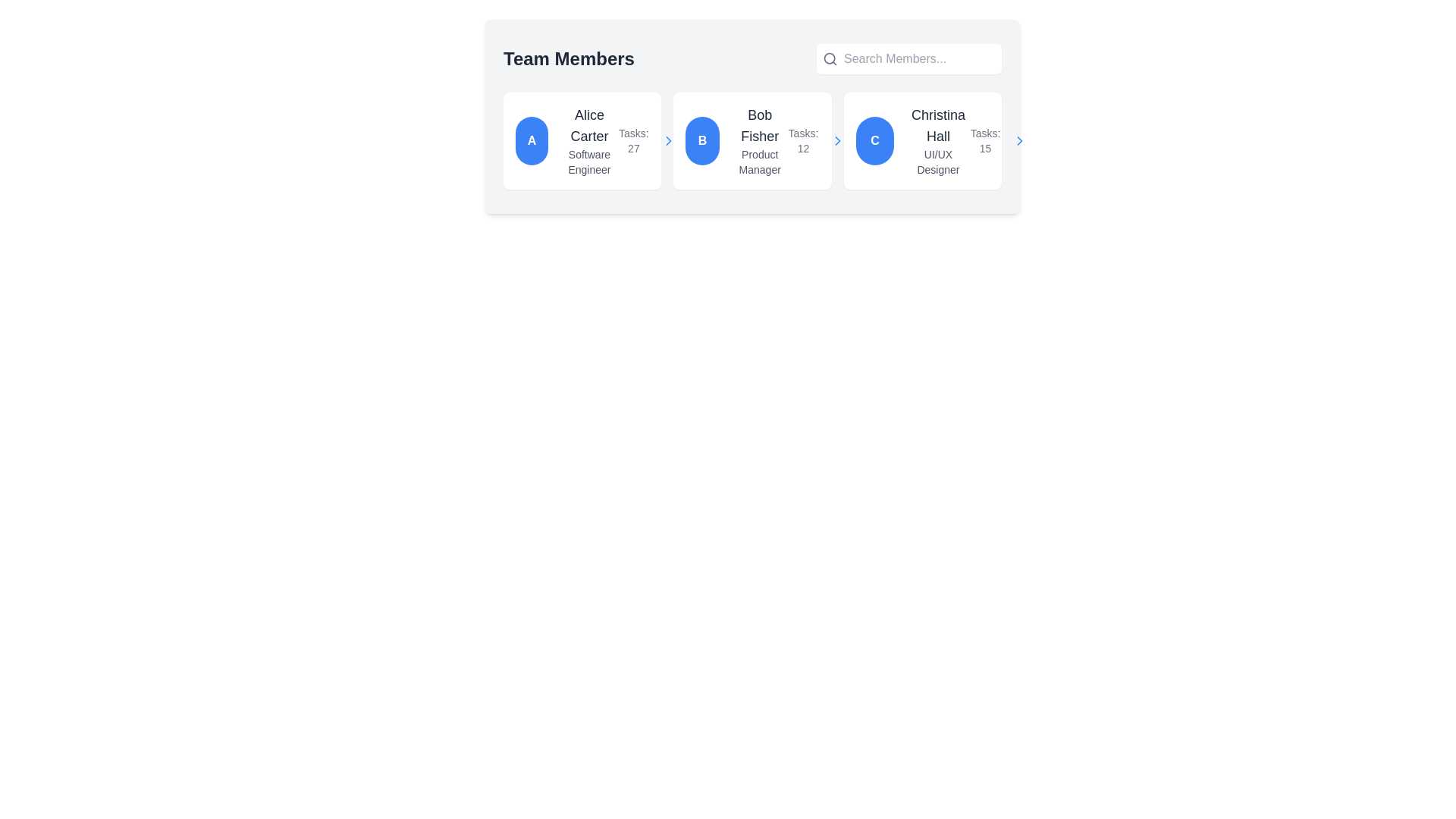 This screenshot has height=819, width=1456. I want to click on the text label displaying 'Bob Fisher', which is styled in a larger, medium weight dark gray font, located within a card-like component in a horizontal member list, so click(760, 124).